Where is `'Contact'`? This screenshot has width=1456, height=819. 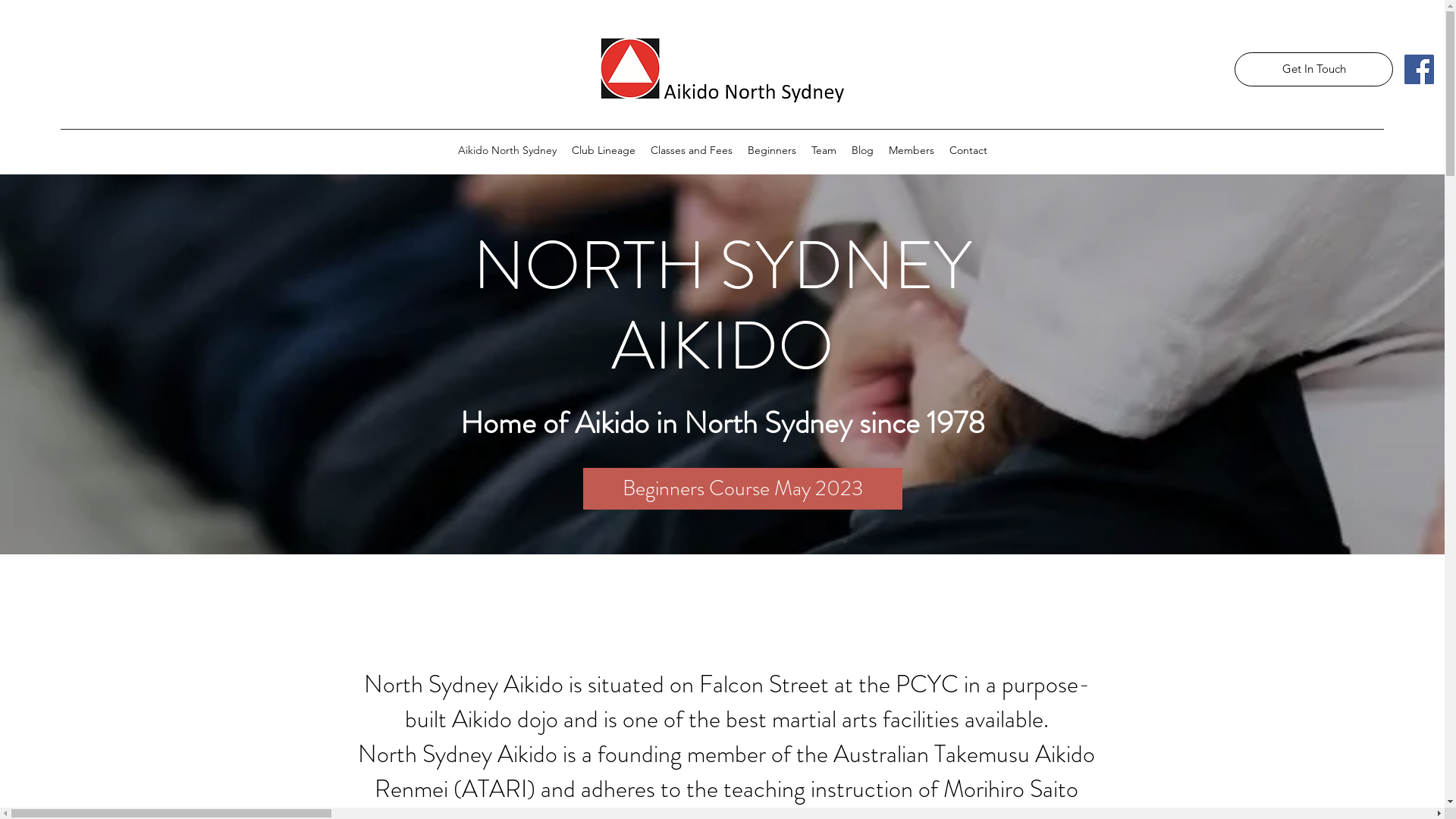
'Contact' is located at coordinates (967, 150).